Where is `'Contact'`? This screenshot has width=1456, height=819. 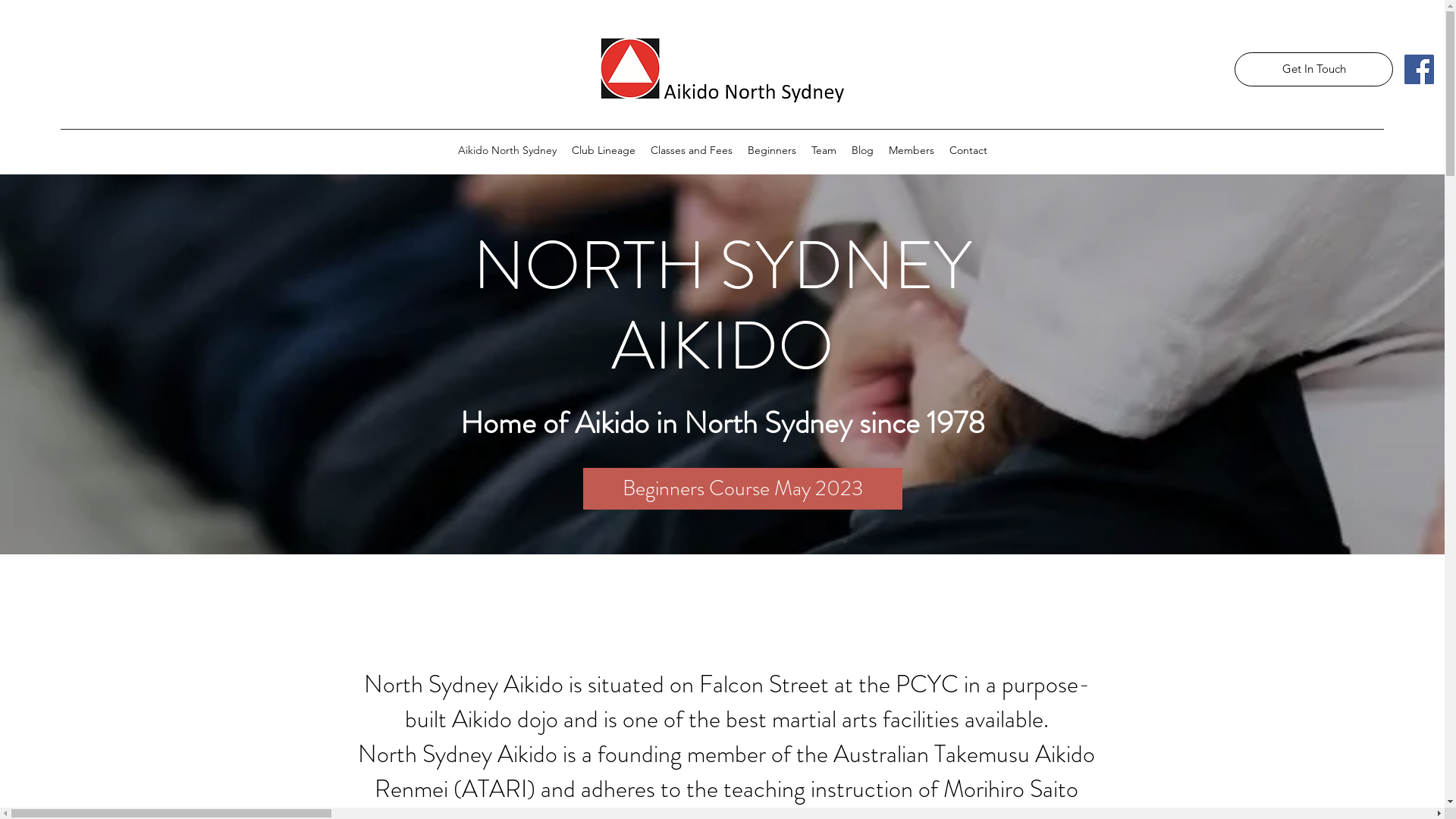
'Contact' is located at coordinates (967, 150).